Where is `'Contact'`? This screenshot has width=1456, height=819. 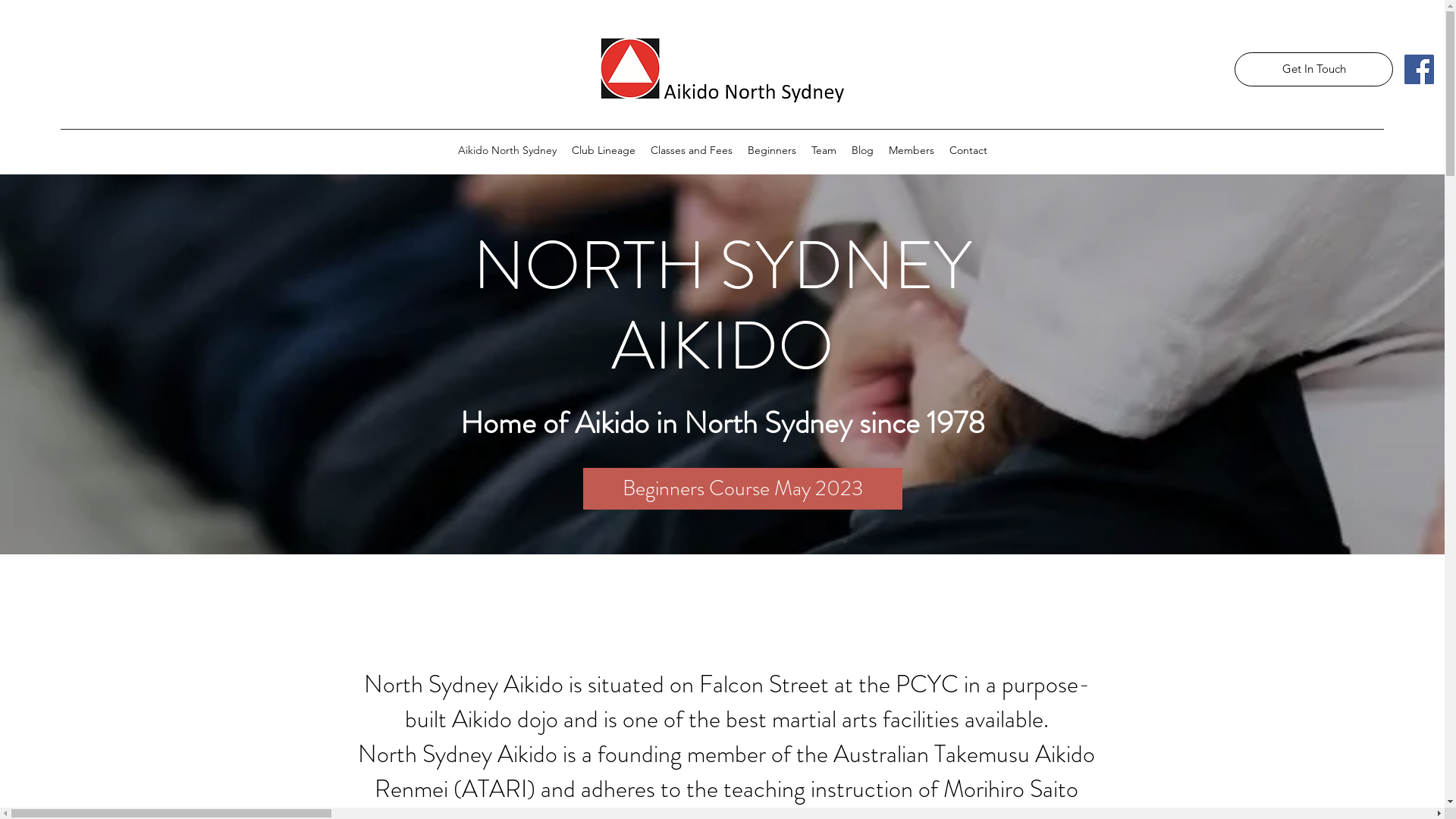
'Contact' is located at coordinates (967, 150).